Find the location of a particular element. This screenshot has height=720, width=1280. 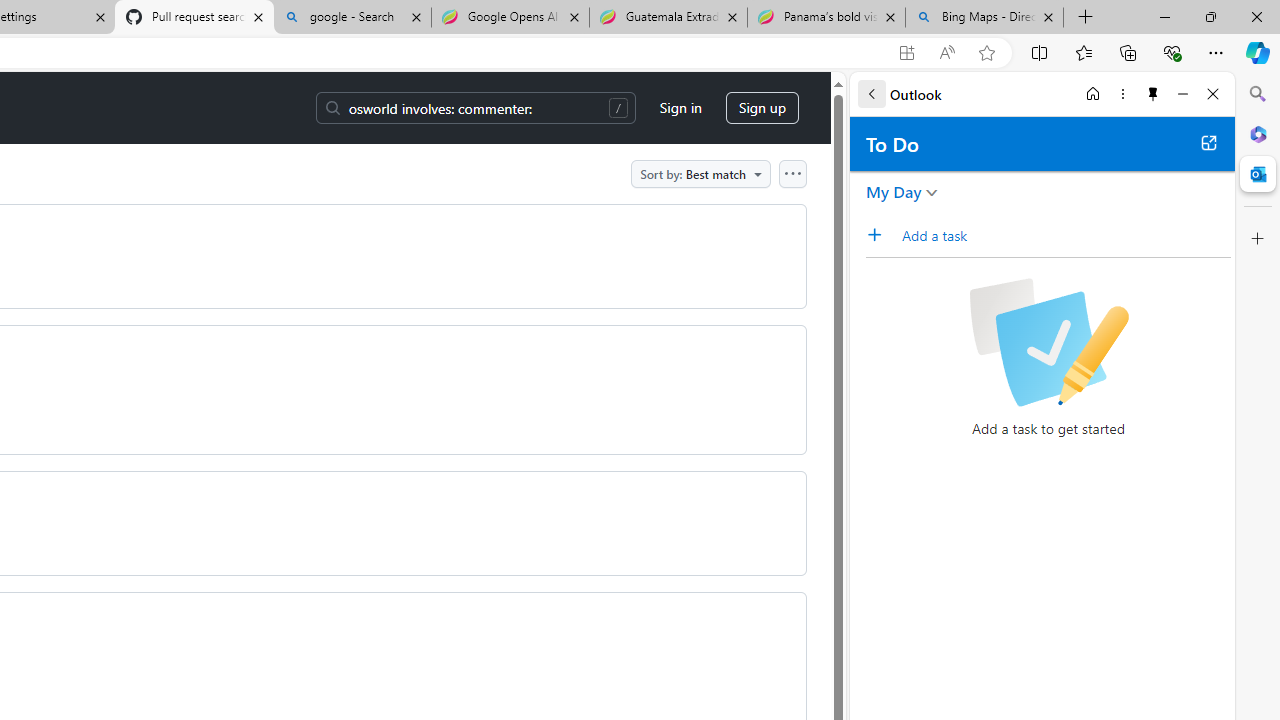

'Checkbox with a pencil' is located at coordinates (1047, 342).